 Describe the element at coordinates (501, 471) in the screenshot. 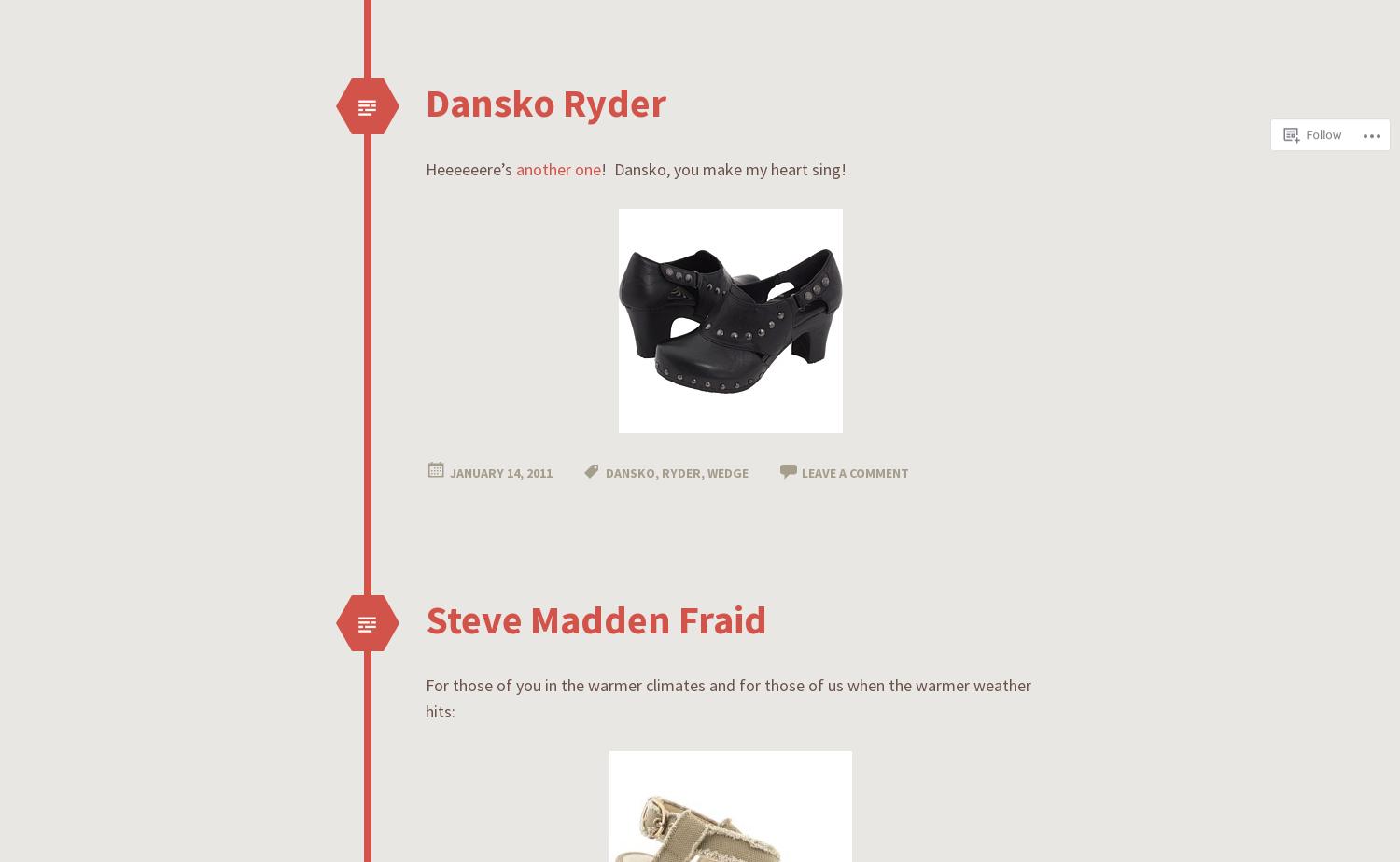

I see `'January 14, 2011'` at that location.